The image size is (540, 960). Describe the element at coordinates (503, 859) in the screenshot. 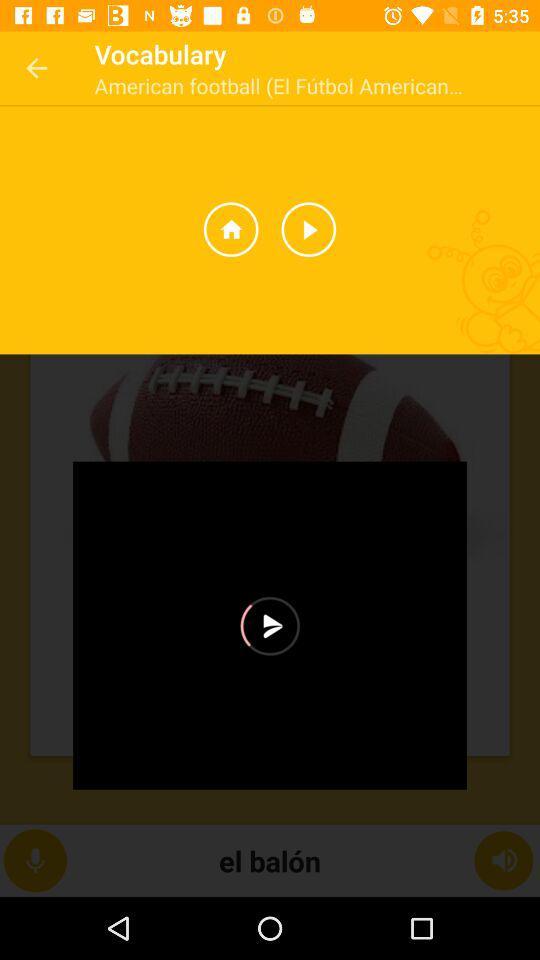

I see `the volume icon` at that location.